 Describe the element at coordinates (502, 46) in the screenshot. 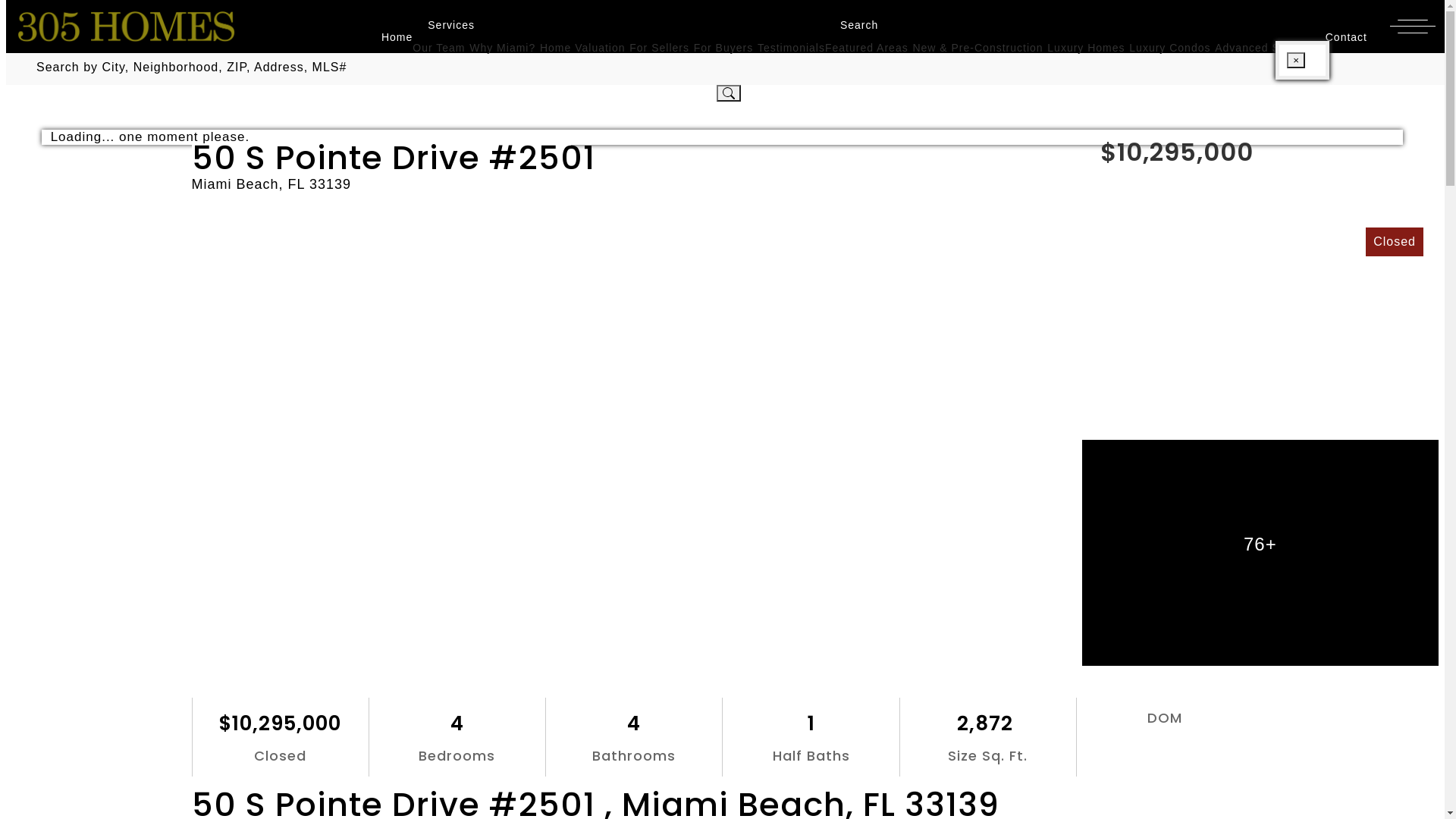

I see `'Why Miami?'` at that location.